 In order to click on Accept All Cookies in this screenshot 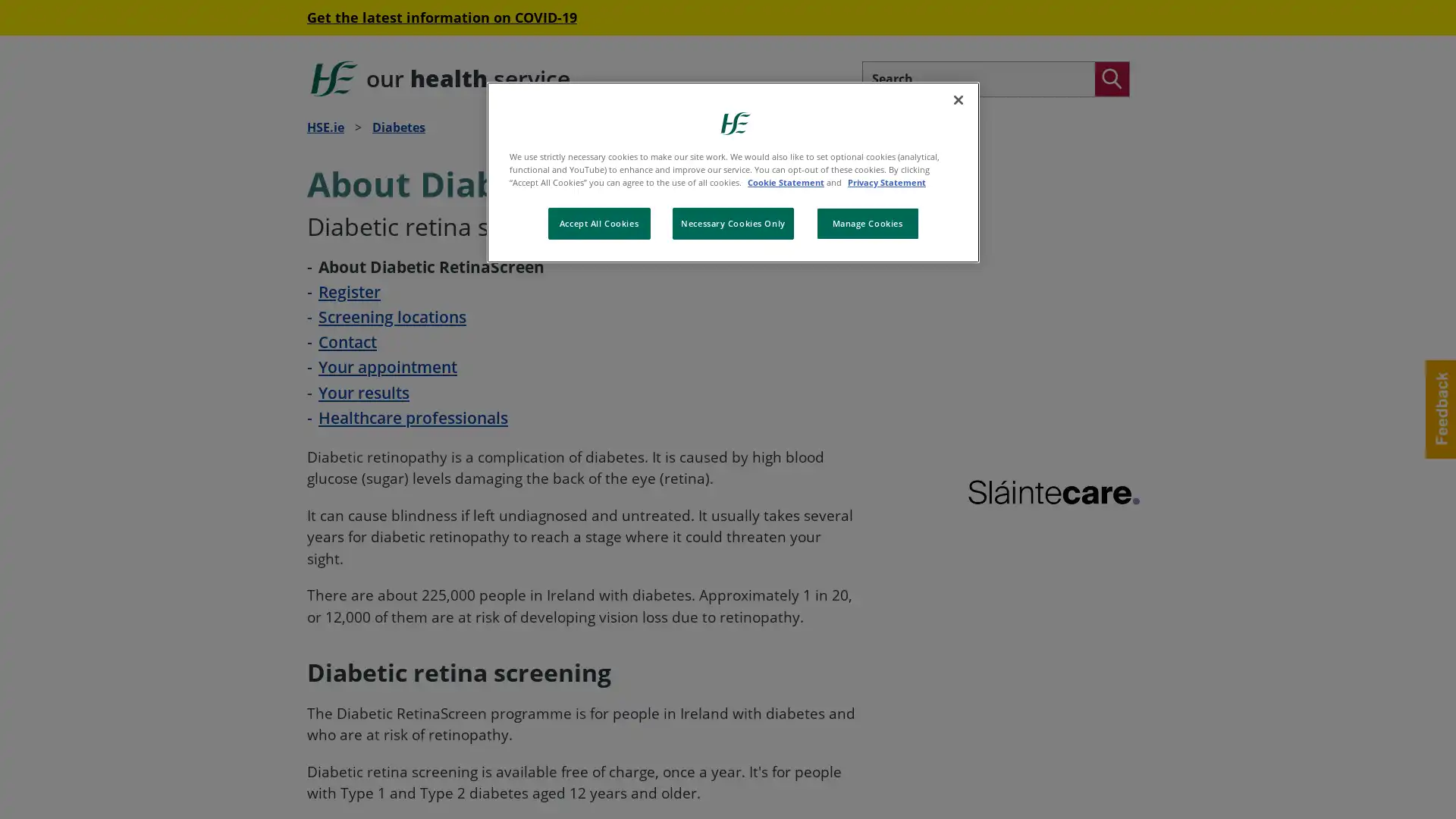, I will do `click(598, 223)`.